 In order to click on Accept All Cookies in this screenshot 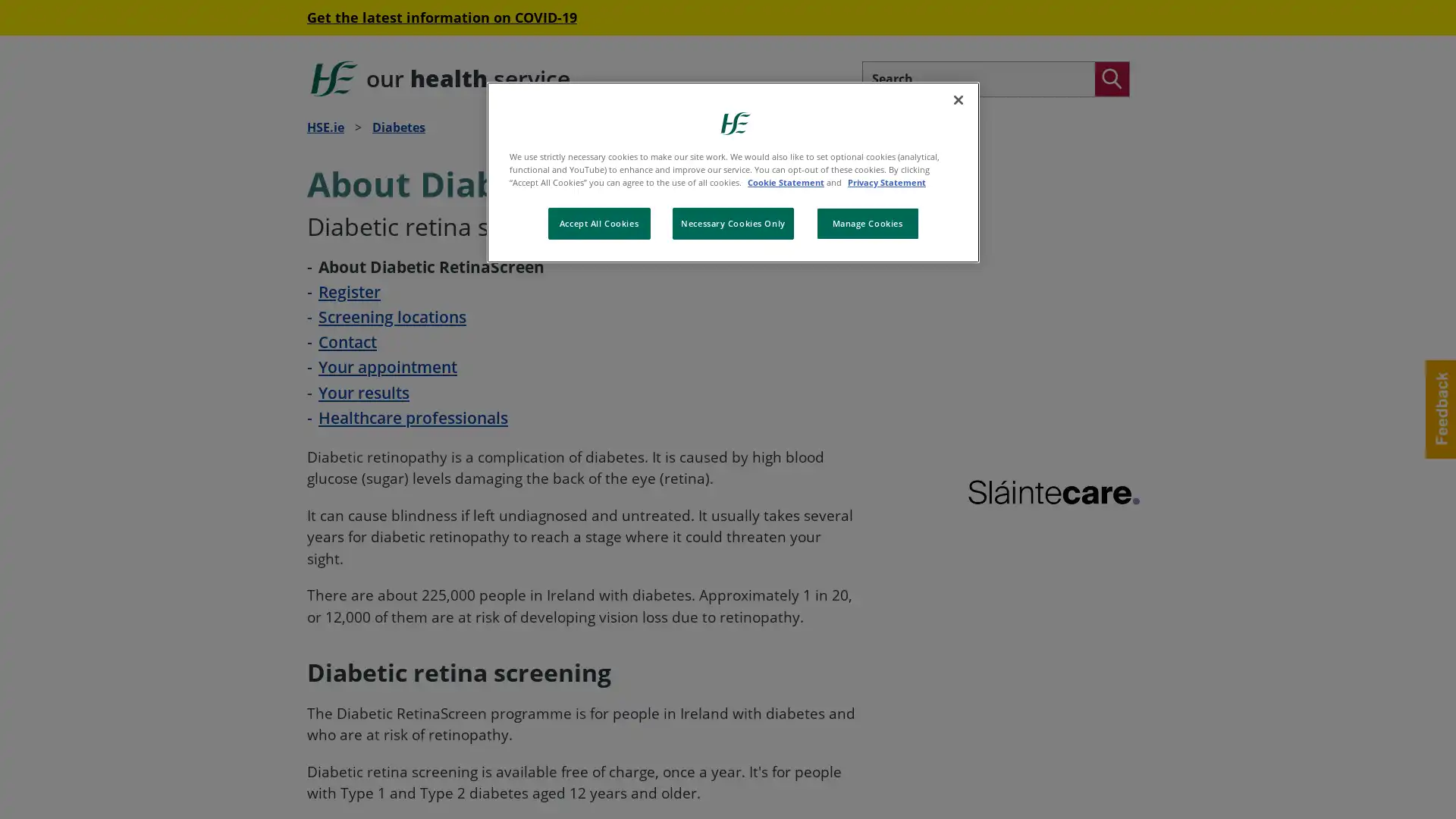, I will do `click(598, 223)`.